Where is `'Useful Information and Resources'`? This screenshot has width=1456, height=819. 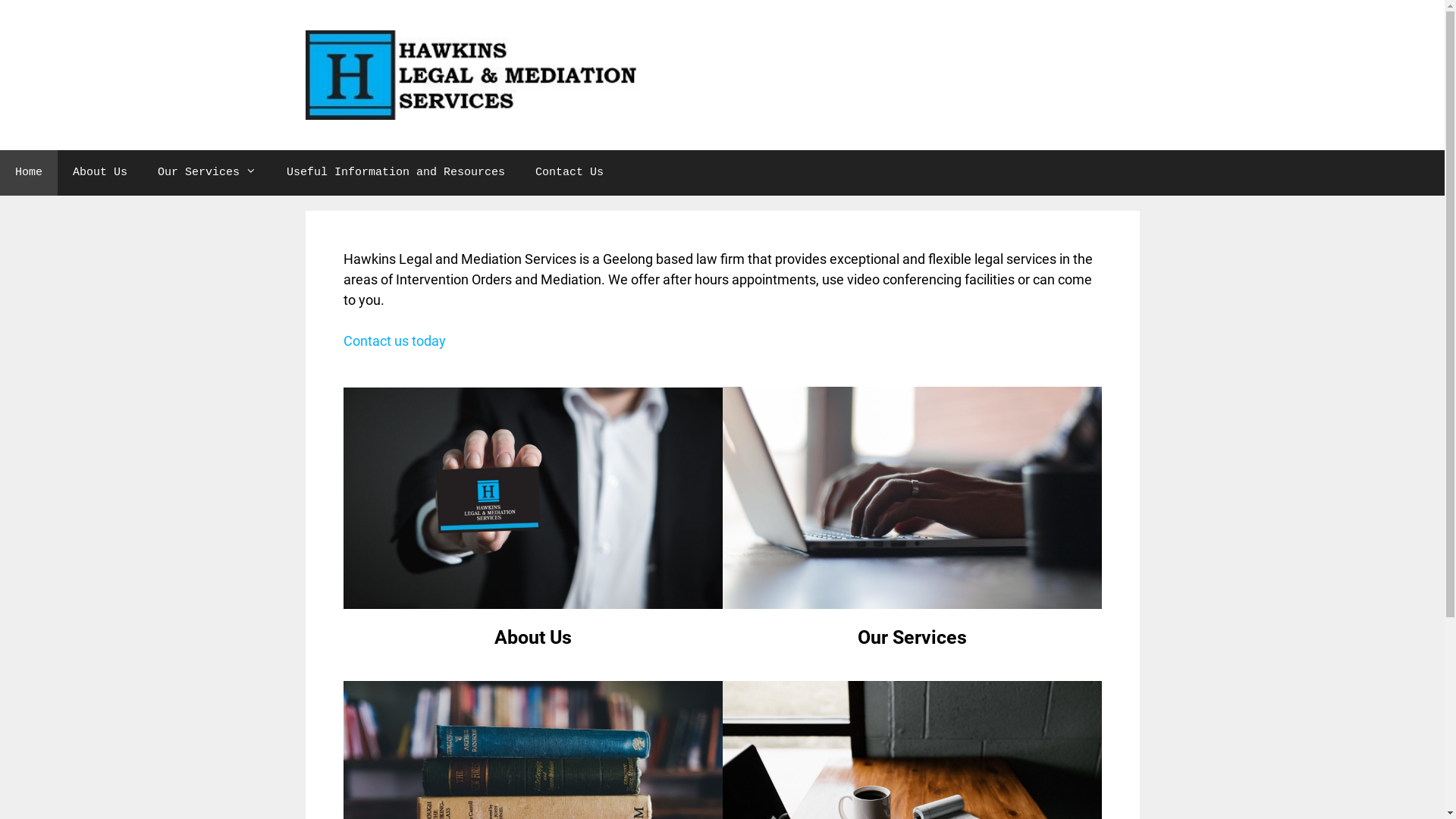 'Useful Information and Resources' is located at coordinates (396, 171).